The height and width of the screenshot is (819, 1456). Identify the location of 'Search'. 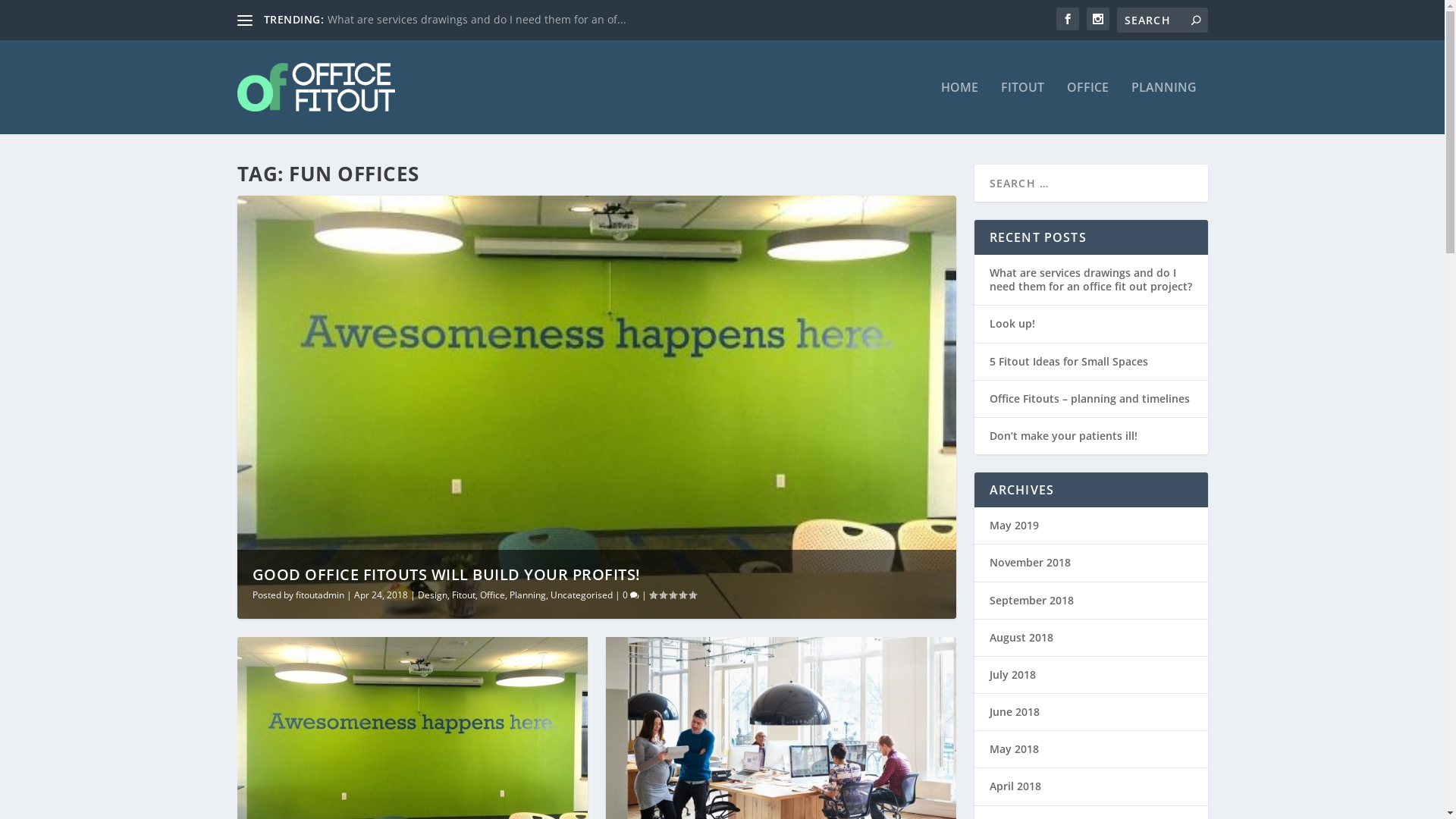
(0, 14).